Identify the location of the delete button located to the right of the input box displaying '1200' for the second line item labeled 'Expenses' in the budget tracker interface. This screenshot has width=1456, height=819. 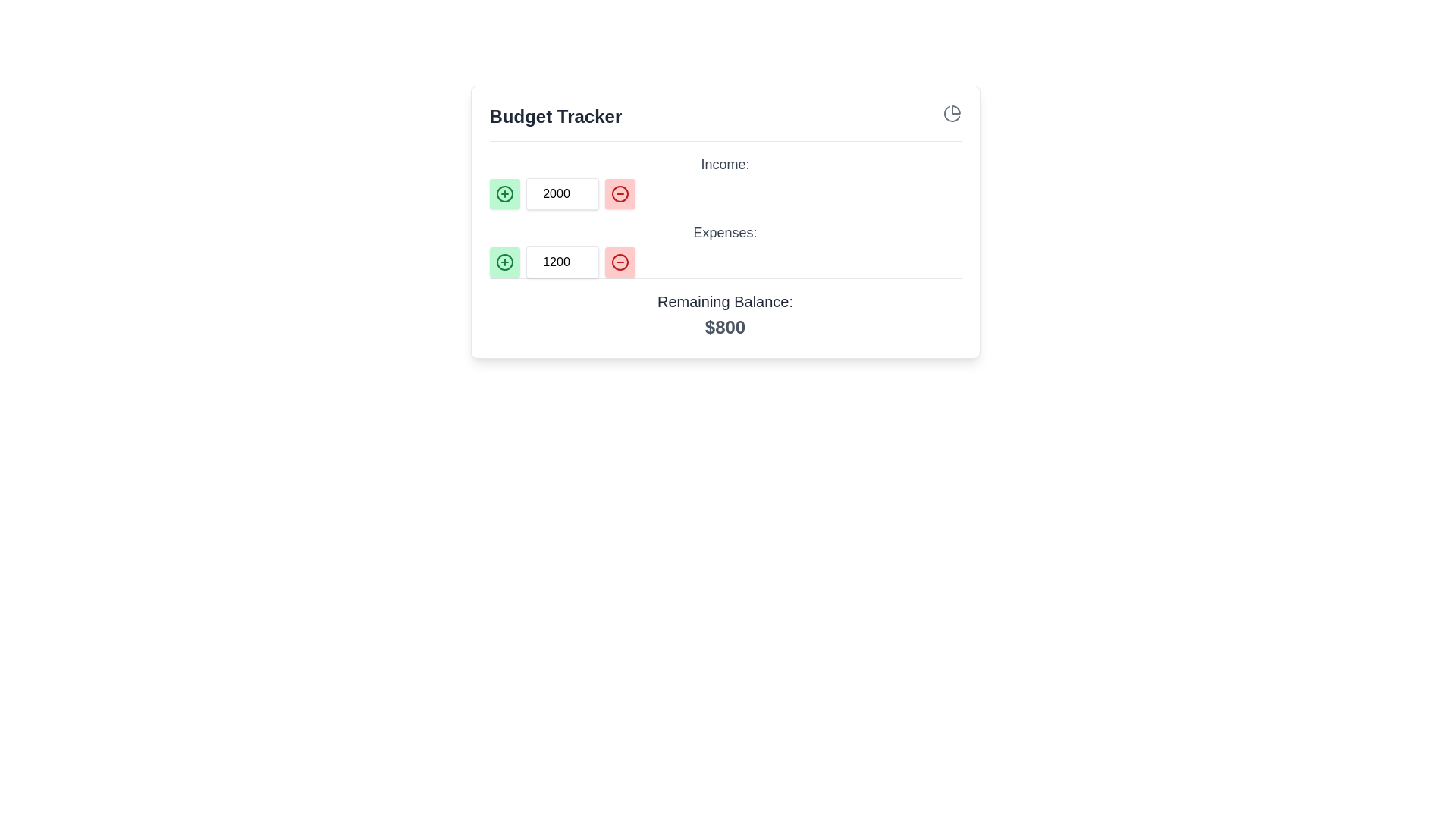
(620, 262).